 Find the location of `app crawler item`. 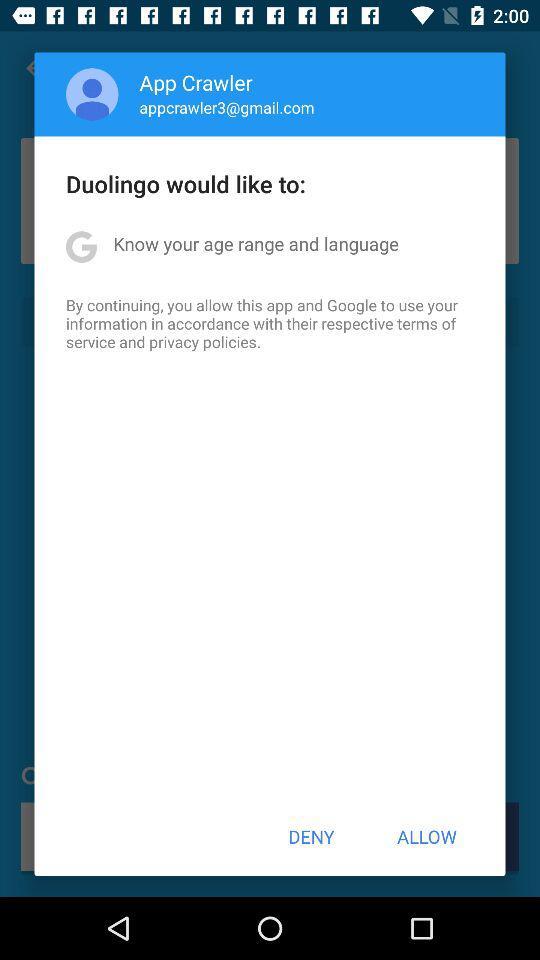

app crawler item is located at coordinates (196, 82).